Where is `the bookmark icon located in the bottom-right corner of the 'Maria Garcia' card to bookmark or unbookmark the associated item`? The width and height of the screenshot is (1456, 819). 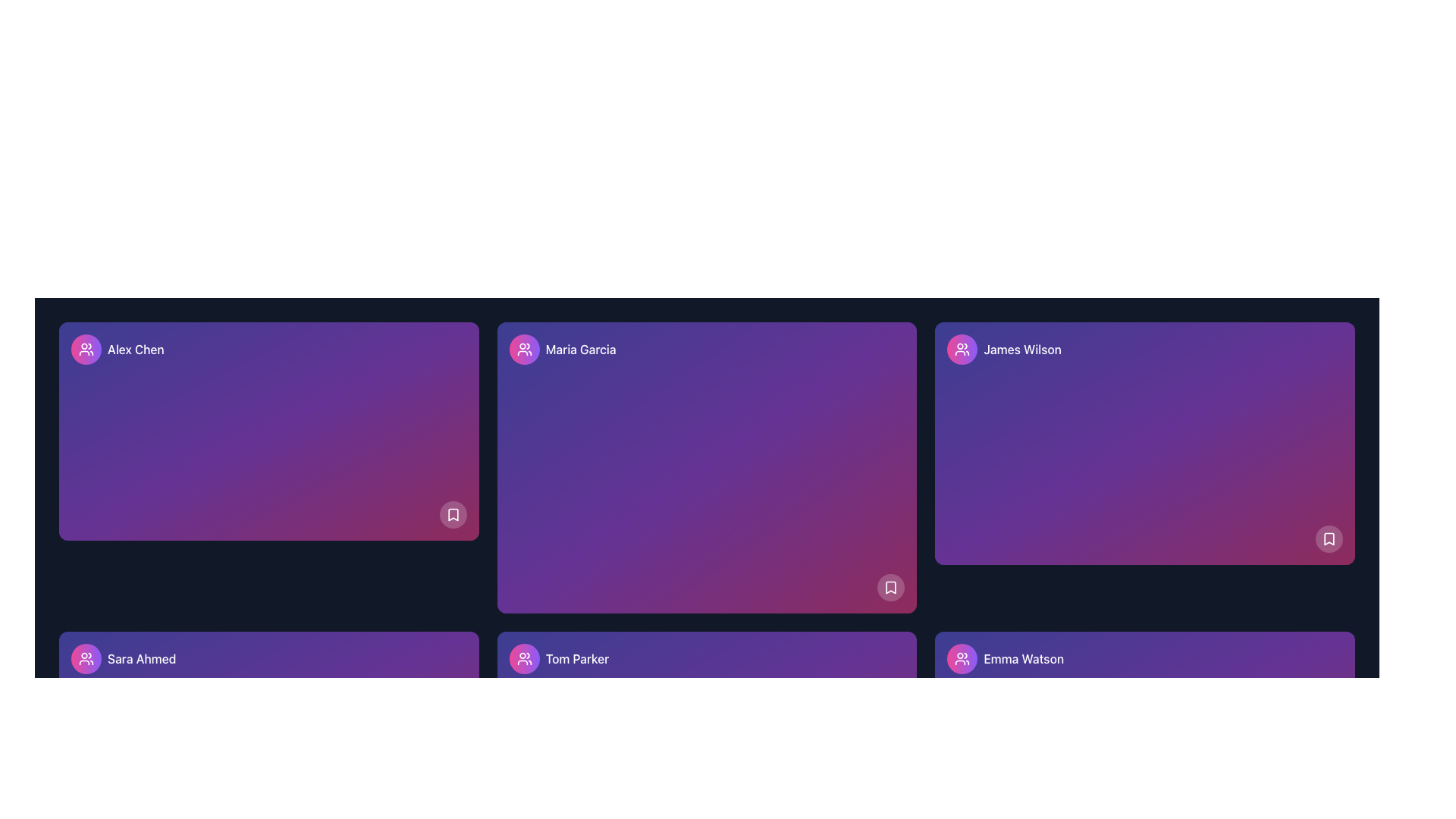
the bookmark icon located in the bottom-right corner of the 'Maria Garcia' card to bookmark or unbookmark the associated item is located at coordinates (891, 587).